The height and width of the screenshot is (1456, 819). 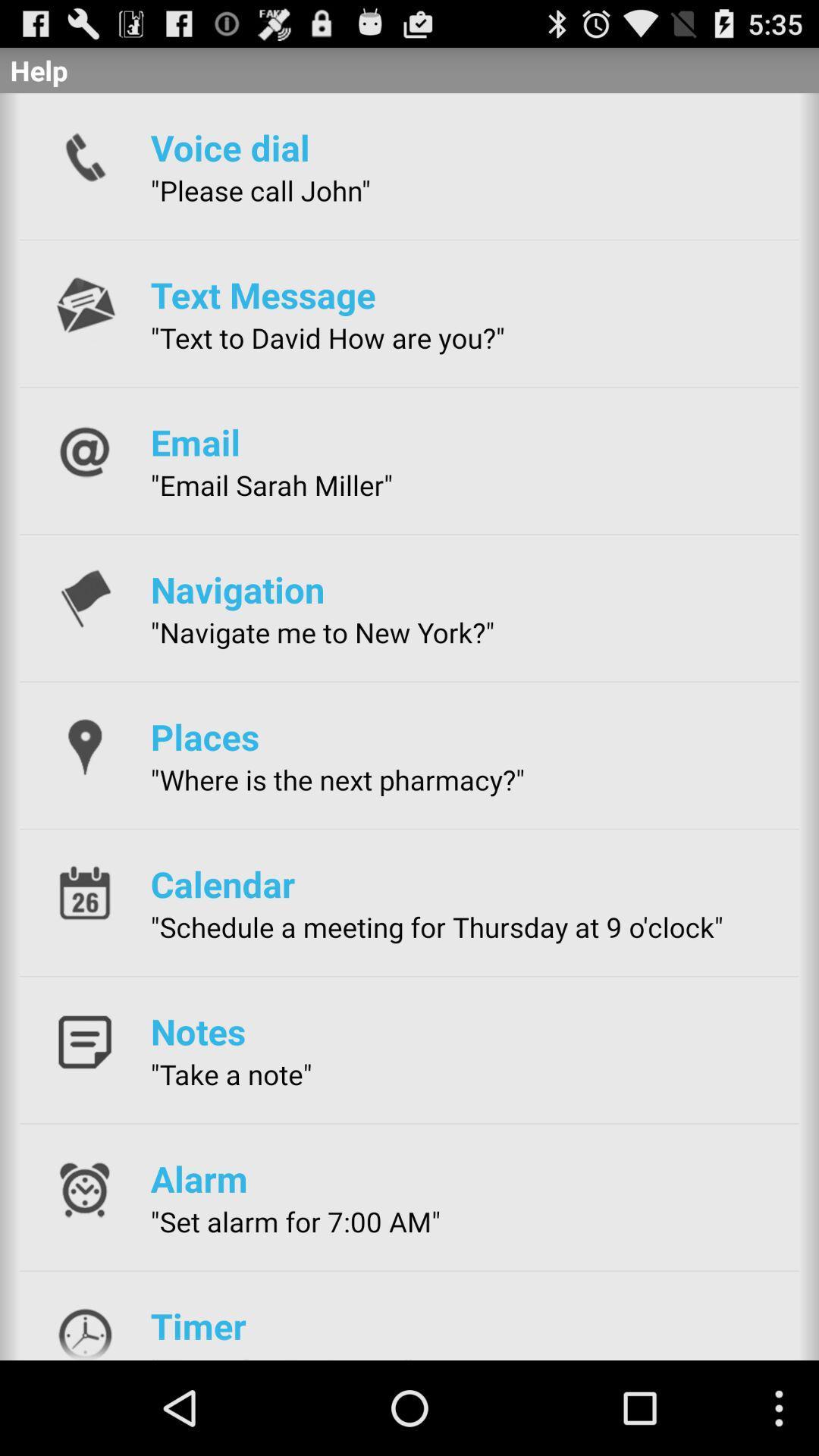 What do you see at coordinates (337, 780) in the screenshot?
I see `the where is the item` at bounding box center [337, 780].